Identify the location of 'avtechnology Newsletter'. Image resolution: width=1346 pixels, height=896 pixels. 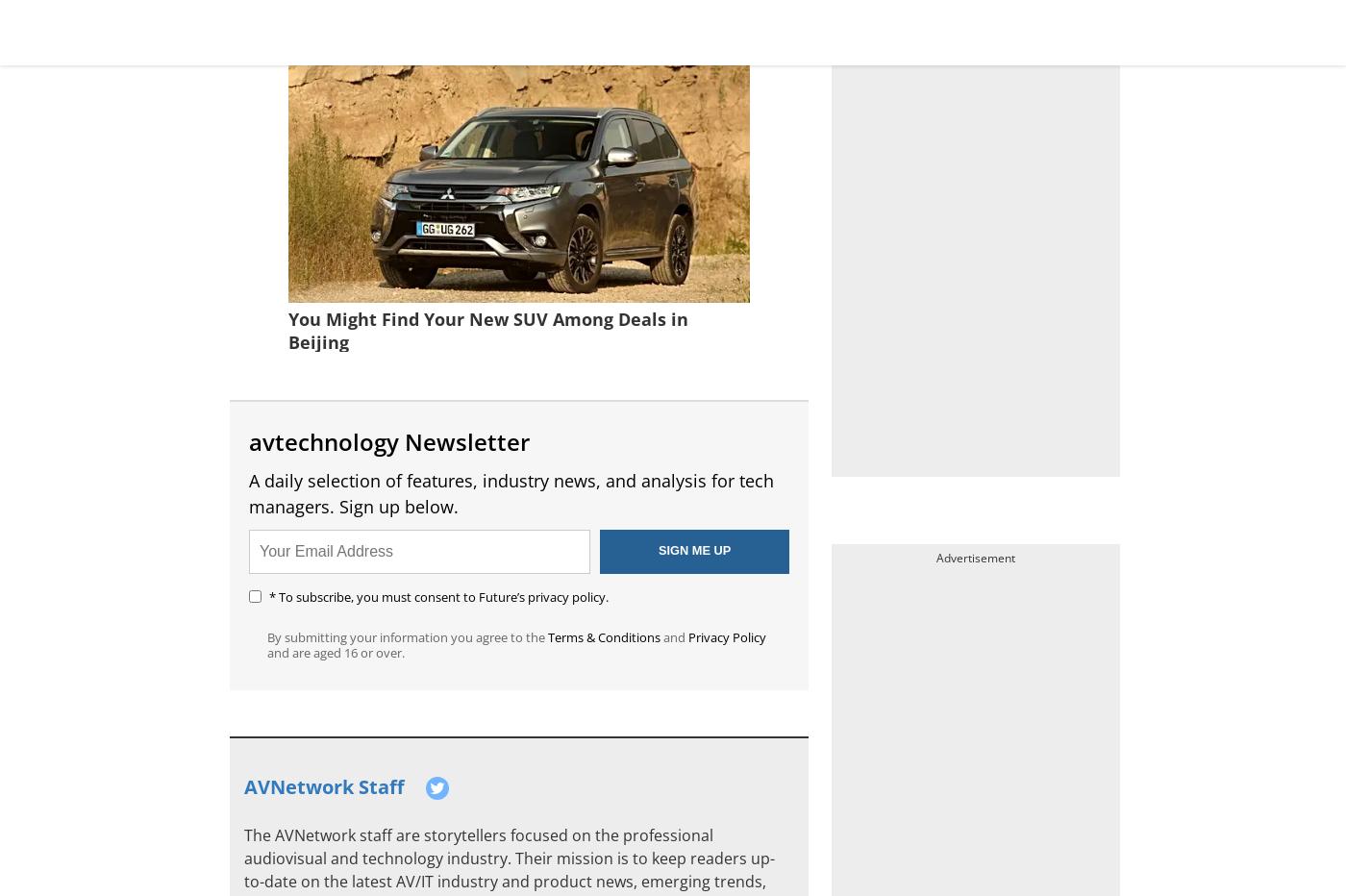
(389, 440).